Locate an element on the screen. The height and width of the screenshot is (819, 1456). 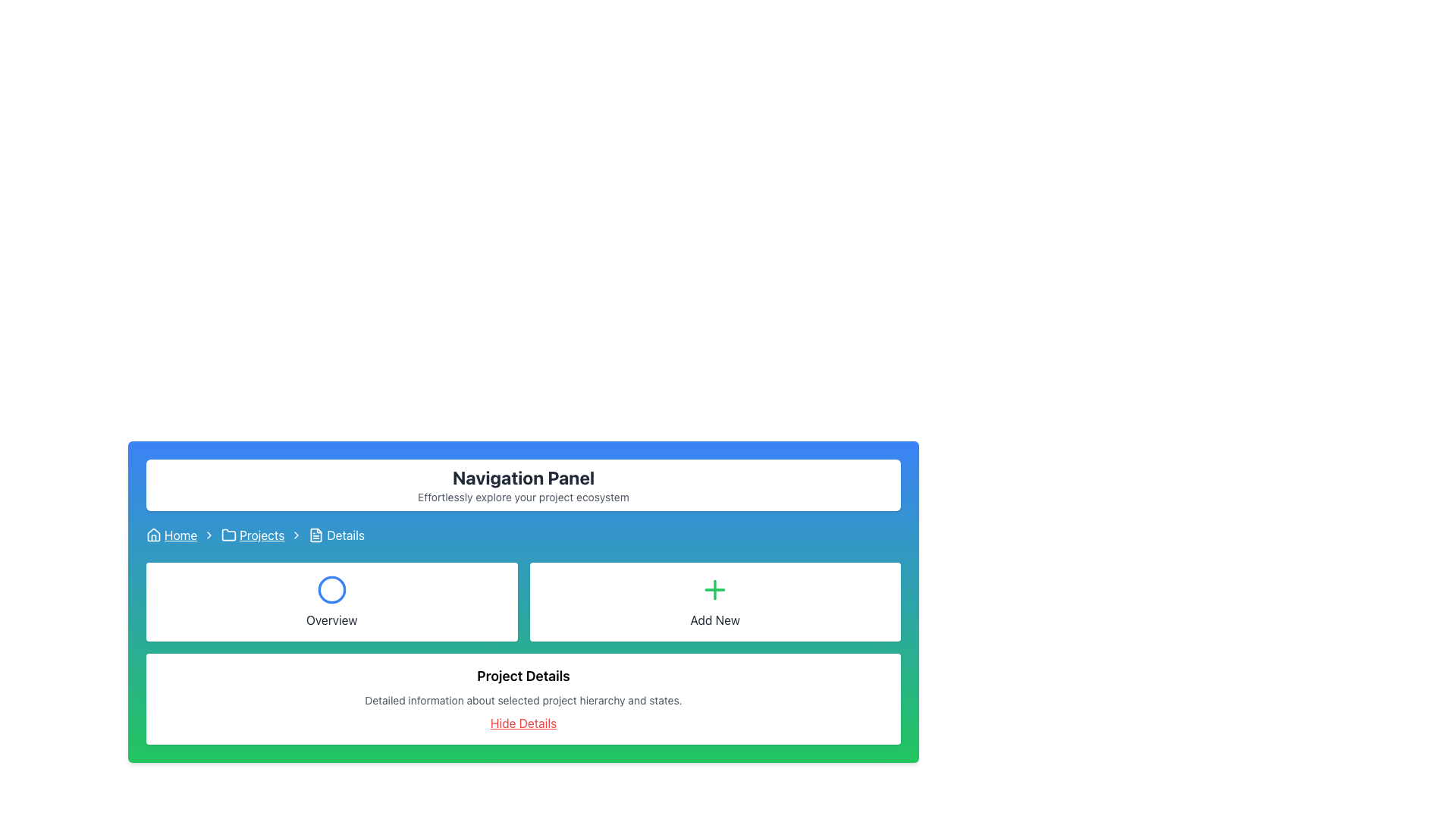
the document icon in the breadcrumb trail, which is styled as a white-lined SVG on a blue background, positioned before the 'Details' text is located at coordinates (315, 534).